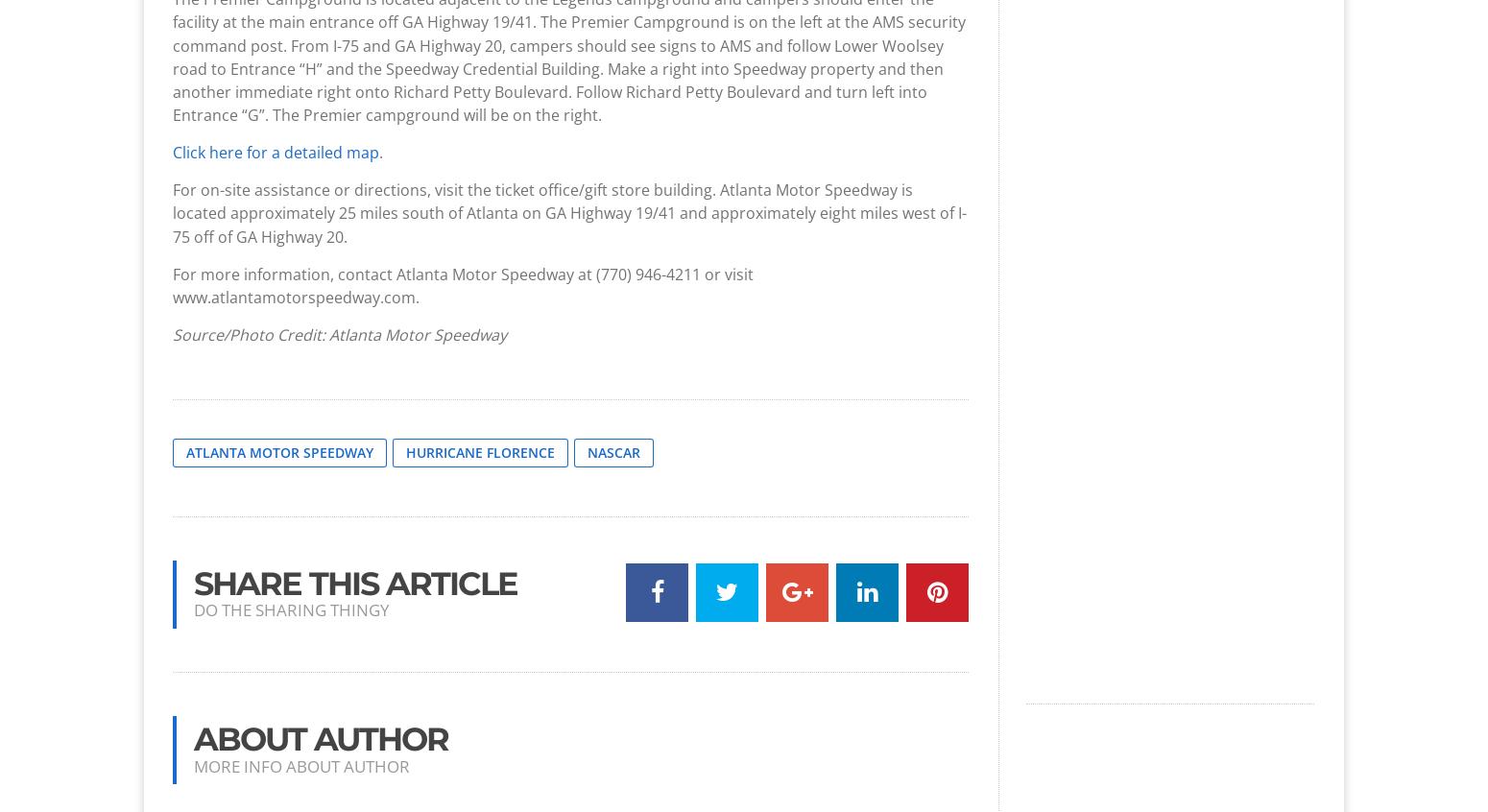  I want to click on 'Atlanta Motor Speedway', so click(279, 451).